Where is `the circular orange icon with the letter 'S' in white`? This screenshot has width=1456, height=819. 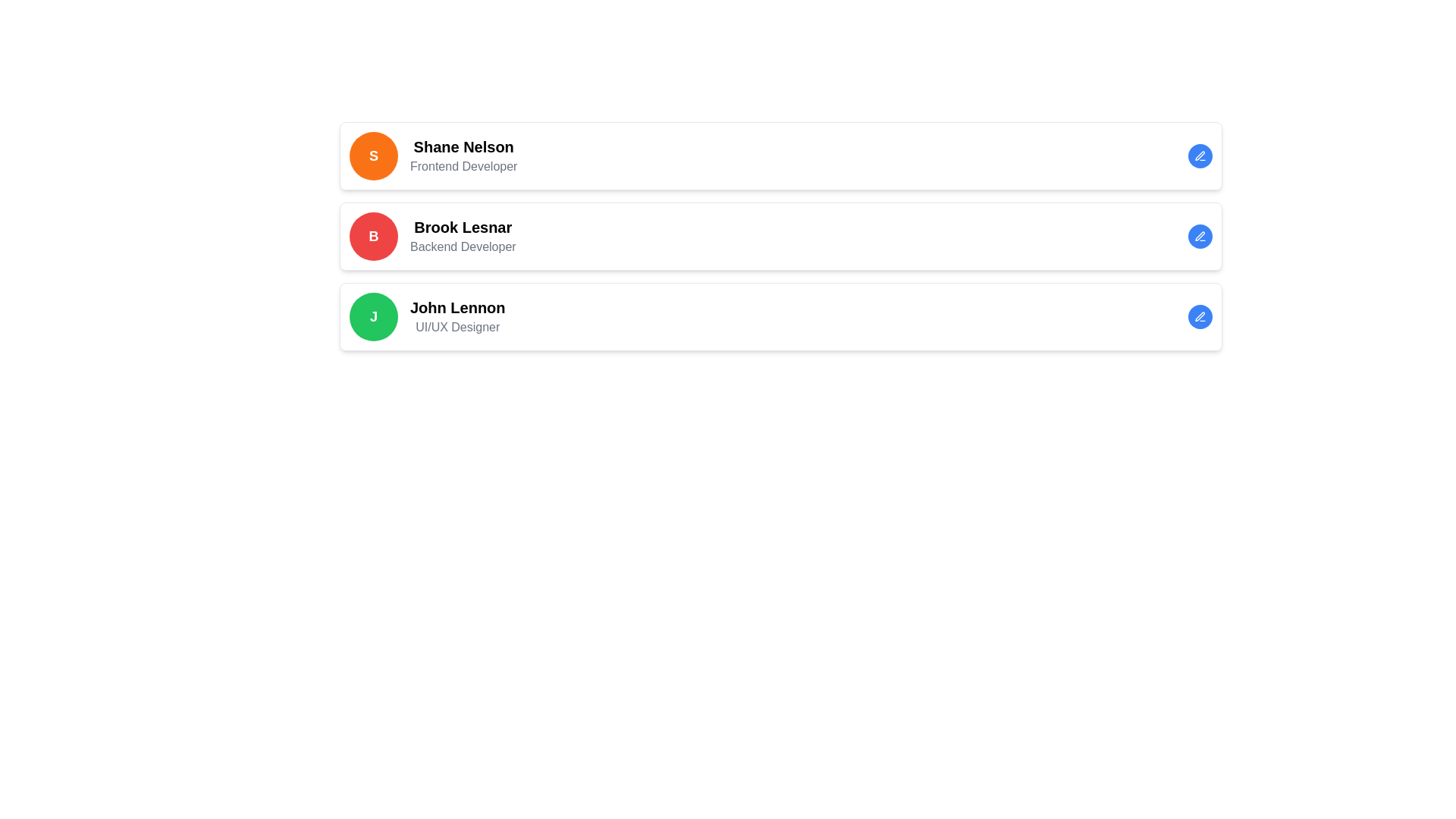
the circular orange icon with the letter 'S' in white is located at coordinates (374, 155).